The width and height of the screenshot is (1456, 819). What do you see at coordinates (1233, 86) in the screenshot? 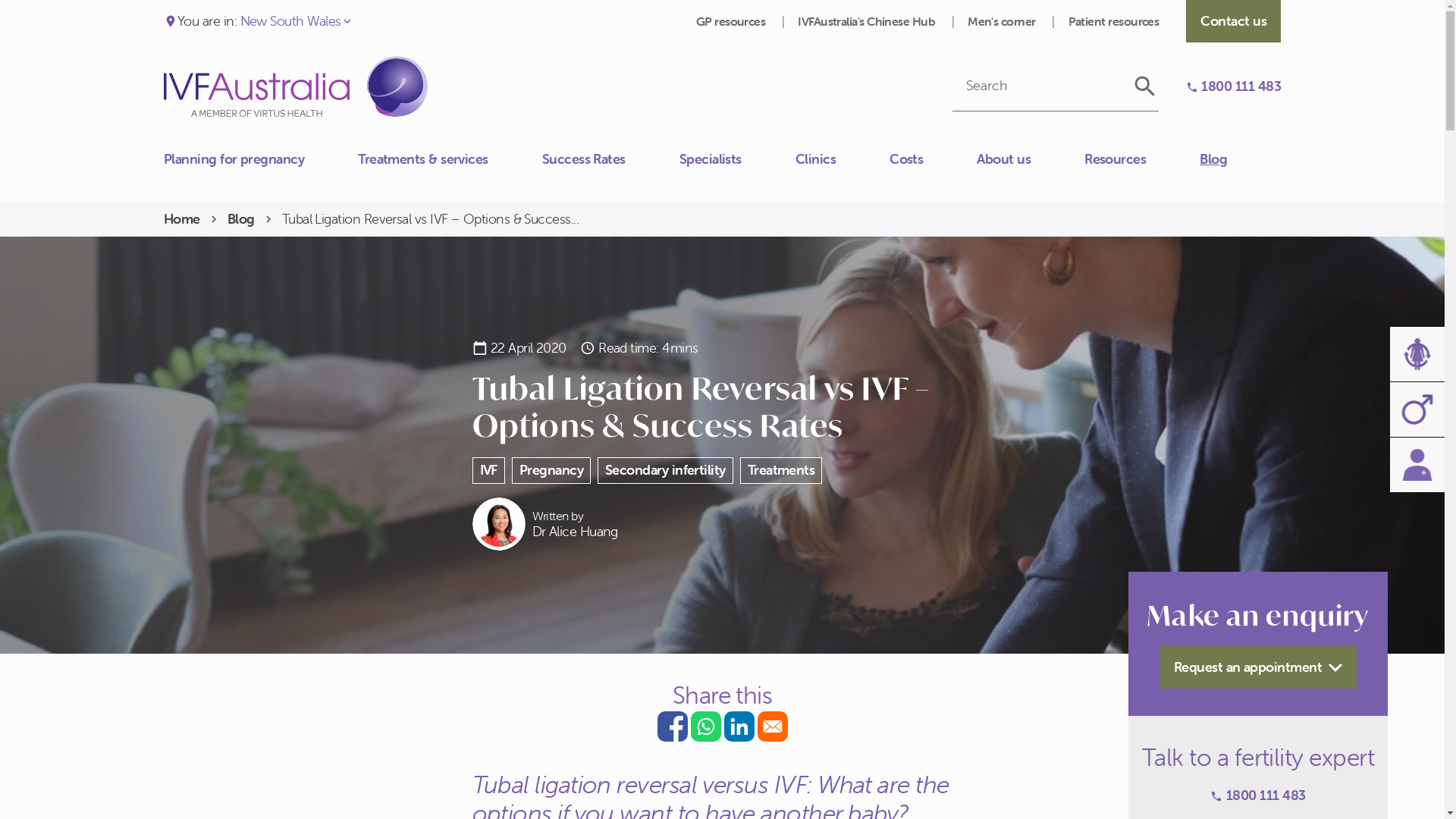
I see `'1800 111 483'` at bounding box center [1233, 86].